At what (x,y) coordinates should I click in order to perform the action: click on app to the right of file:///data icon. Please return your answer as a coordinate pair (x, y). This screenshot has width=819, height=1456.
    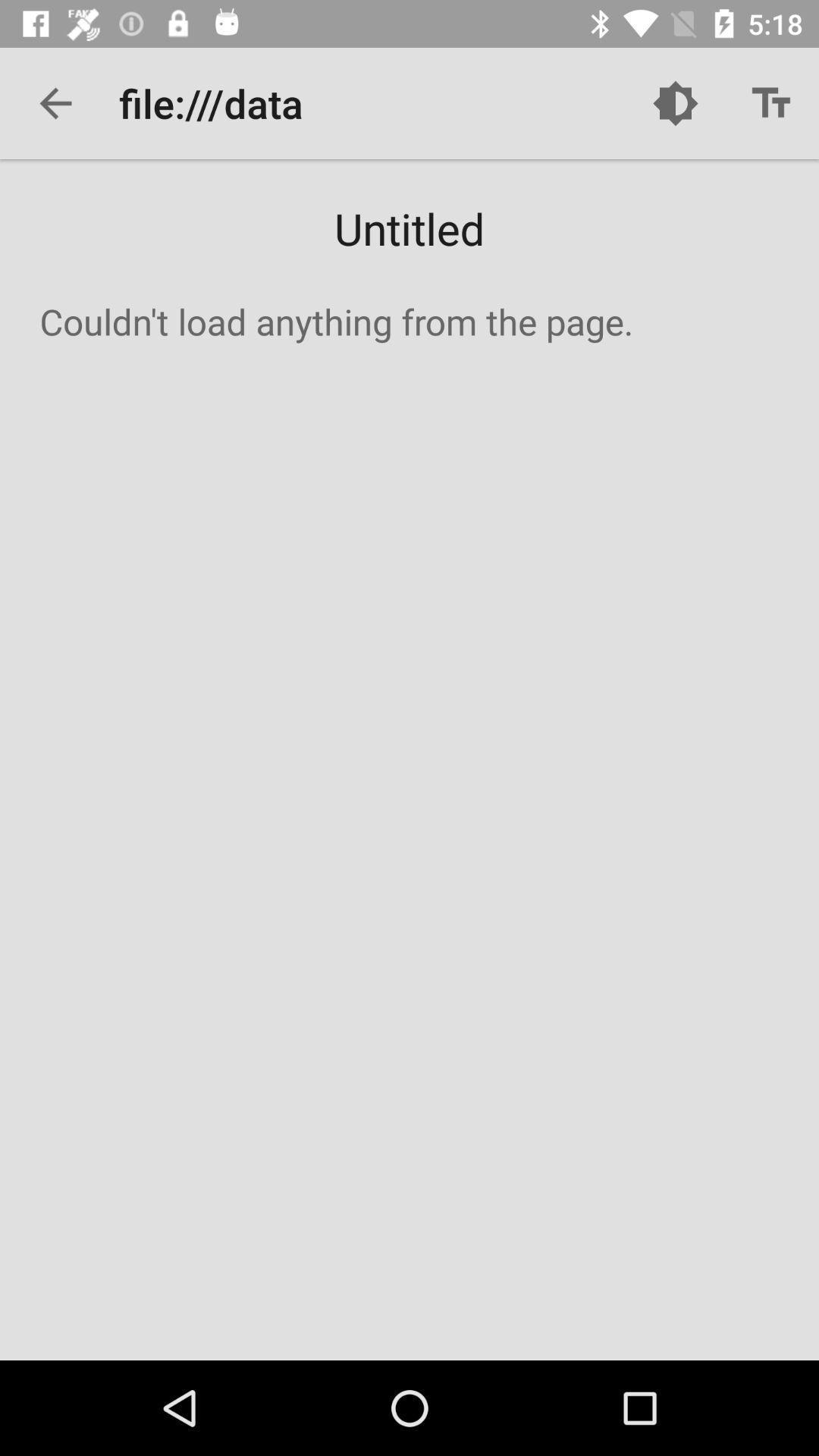
    Looking at the image, I should click on (675, 102).